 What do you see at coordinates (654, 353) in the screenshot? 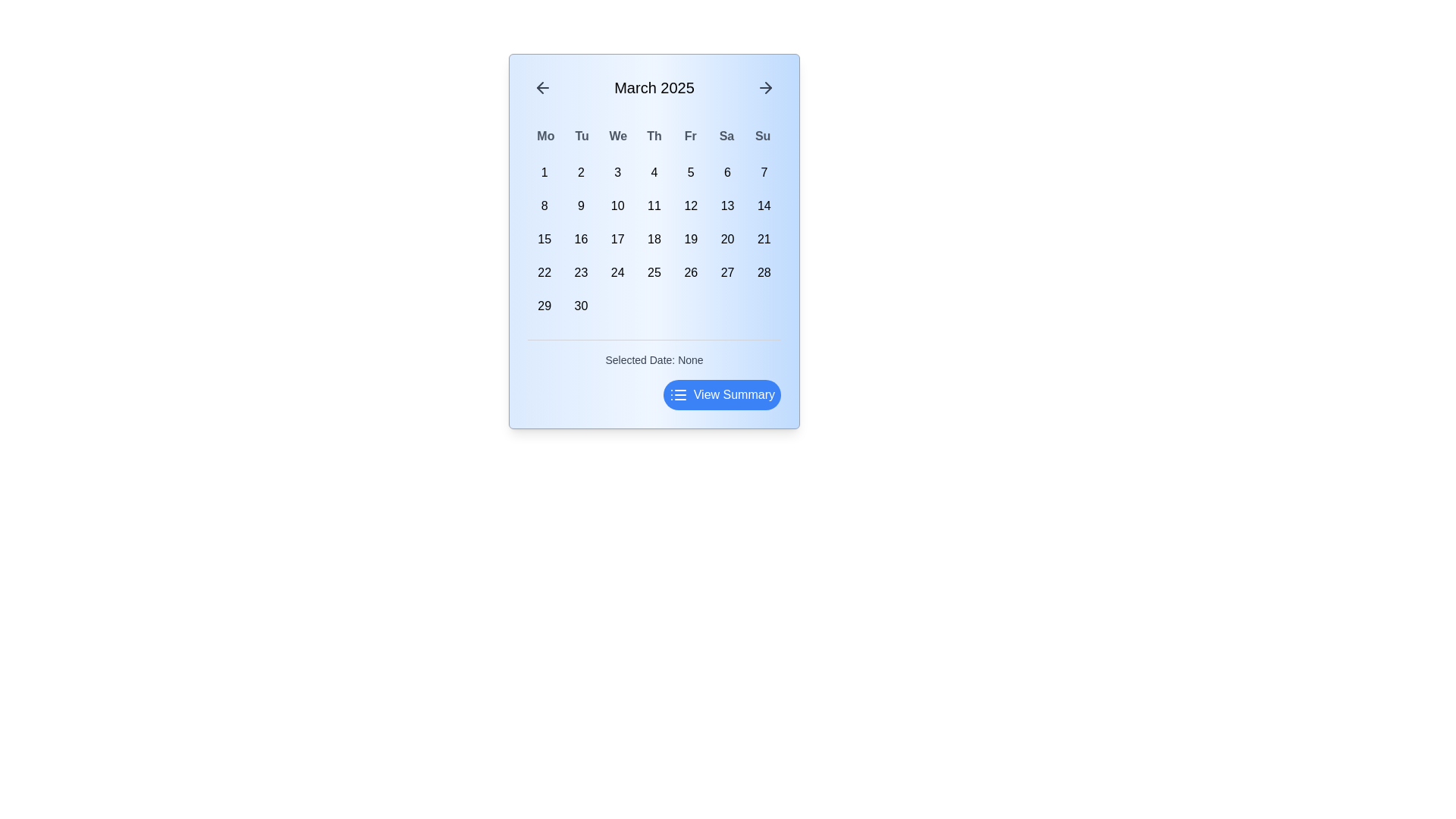
I see `the informational label that displays the currently selected date in the calendar, located beneath the calendar grid and above the 'View Summary' button` at bounding box center [654, 353].